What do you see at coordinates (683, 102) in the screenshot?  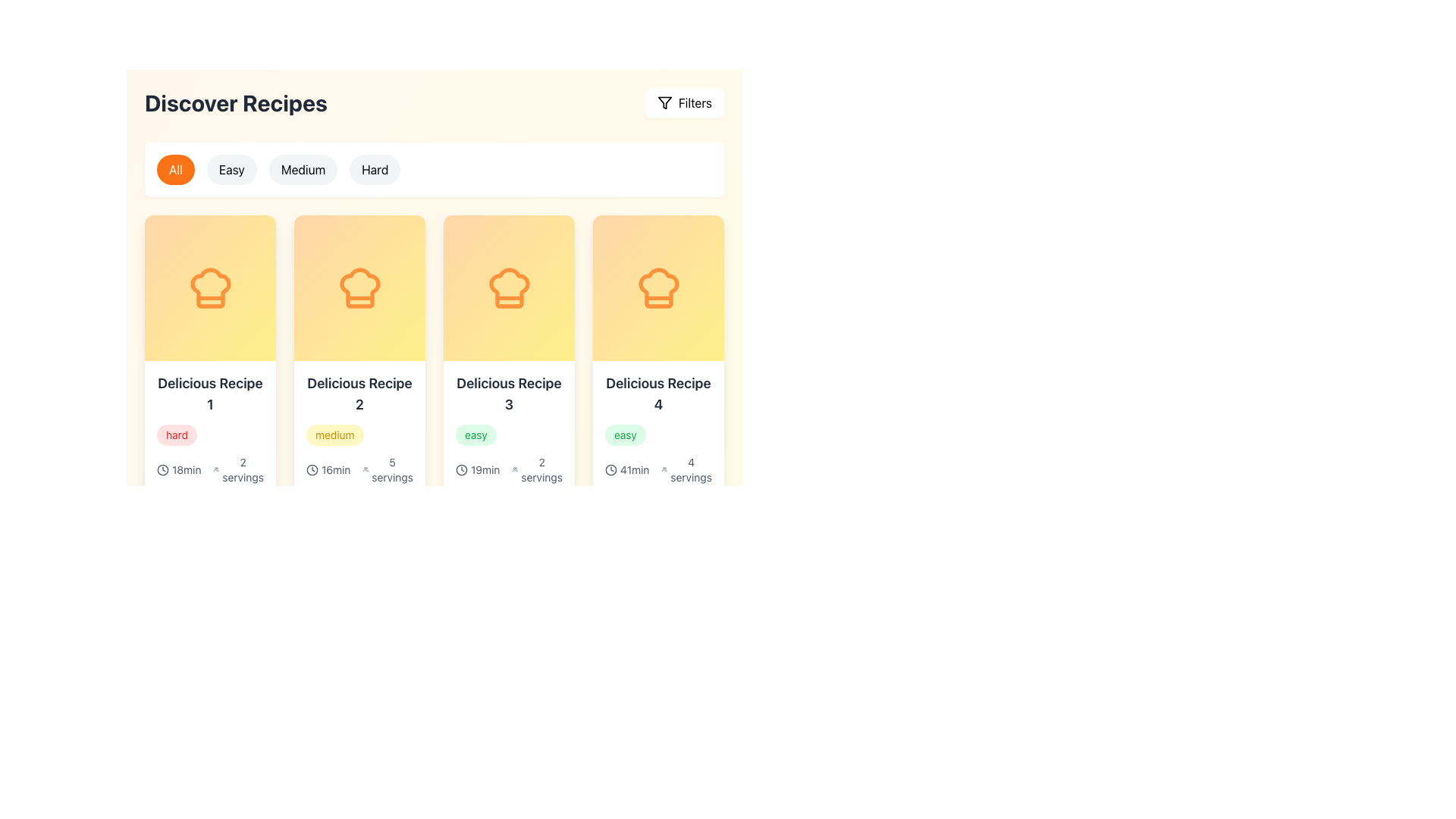 I see `the button labeled 'Filters' with rounded corners and a filter icon to visualize hover effects` at bounding box center [683, 102].